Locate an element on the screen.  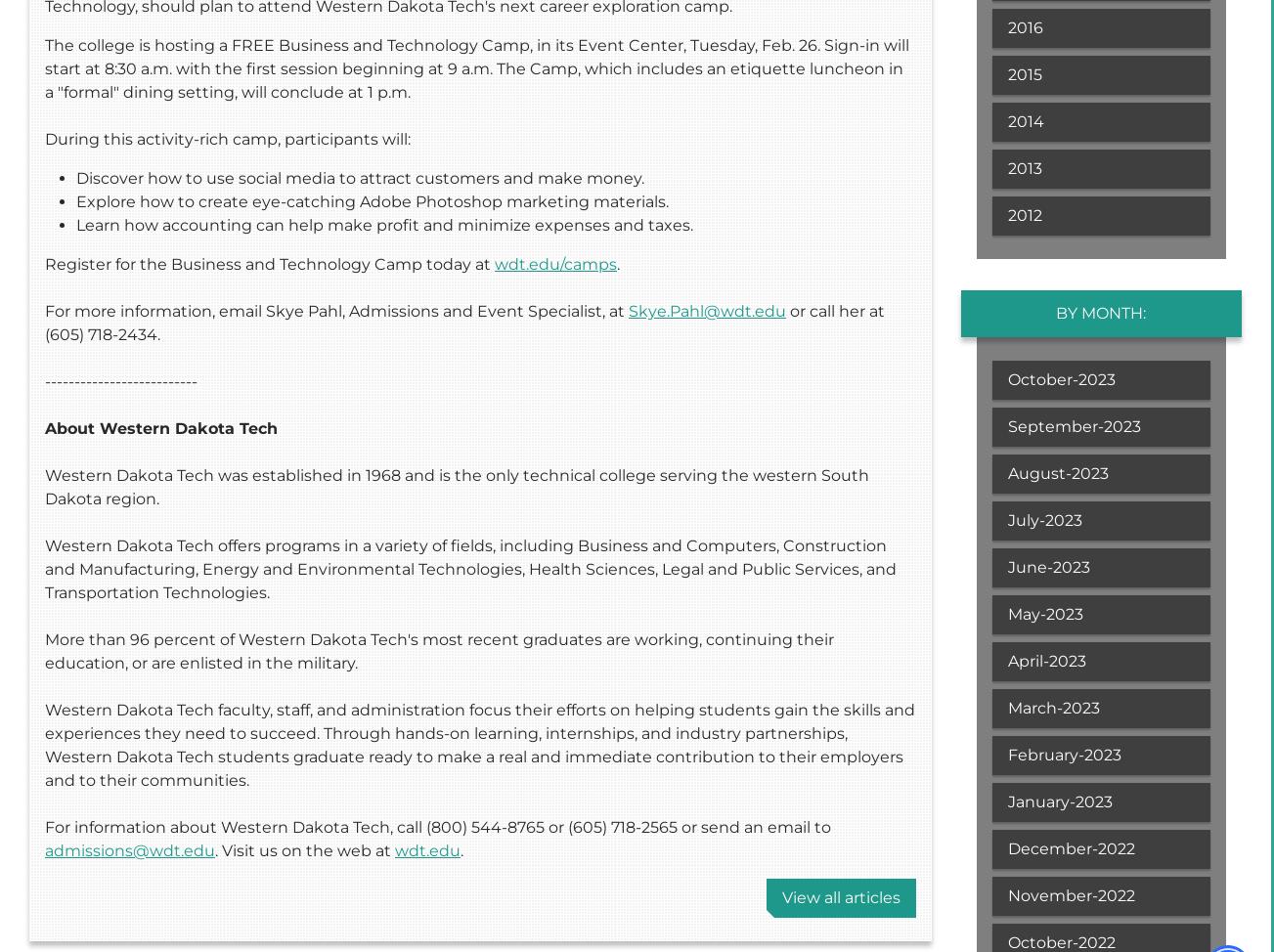
'or call her at (605) 718-2434.' is located at coordinates (463, 323).